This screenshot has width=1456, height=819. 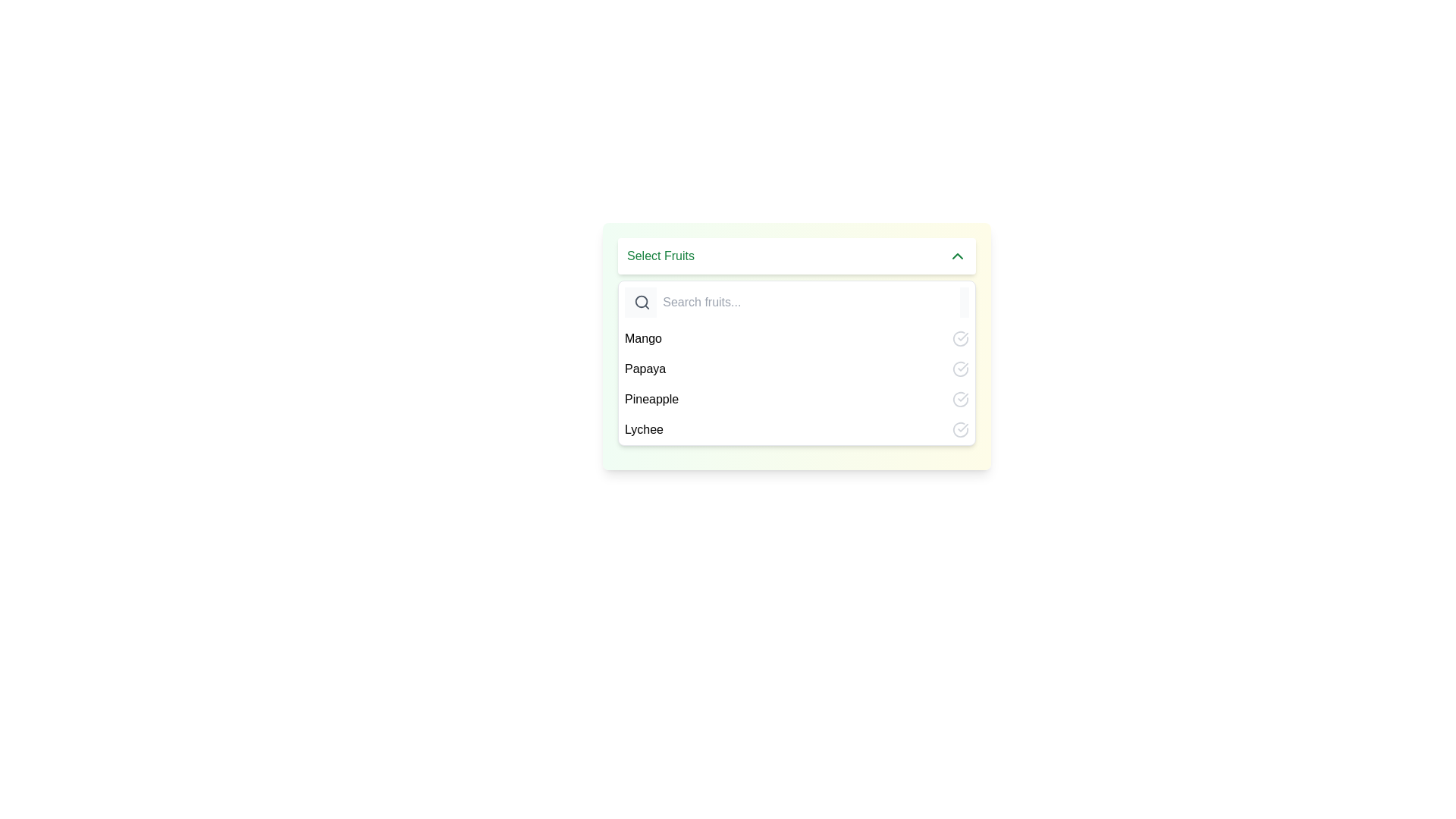 I want to click on the selection state icon for the 'Papaya' entry in the dropdown list to interact with it, so click(x=962, y=335).